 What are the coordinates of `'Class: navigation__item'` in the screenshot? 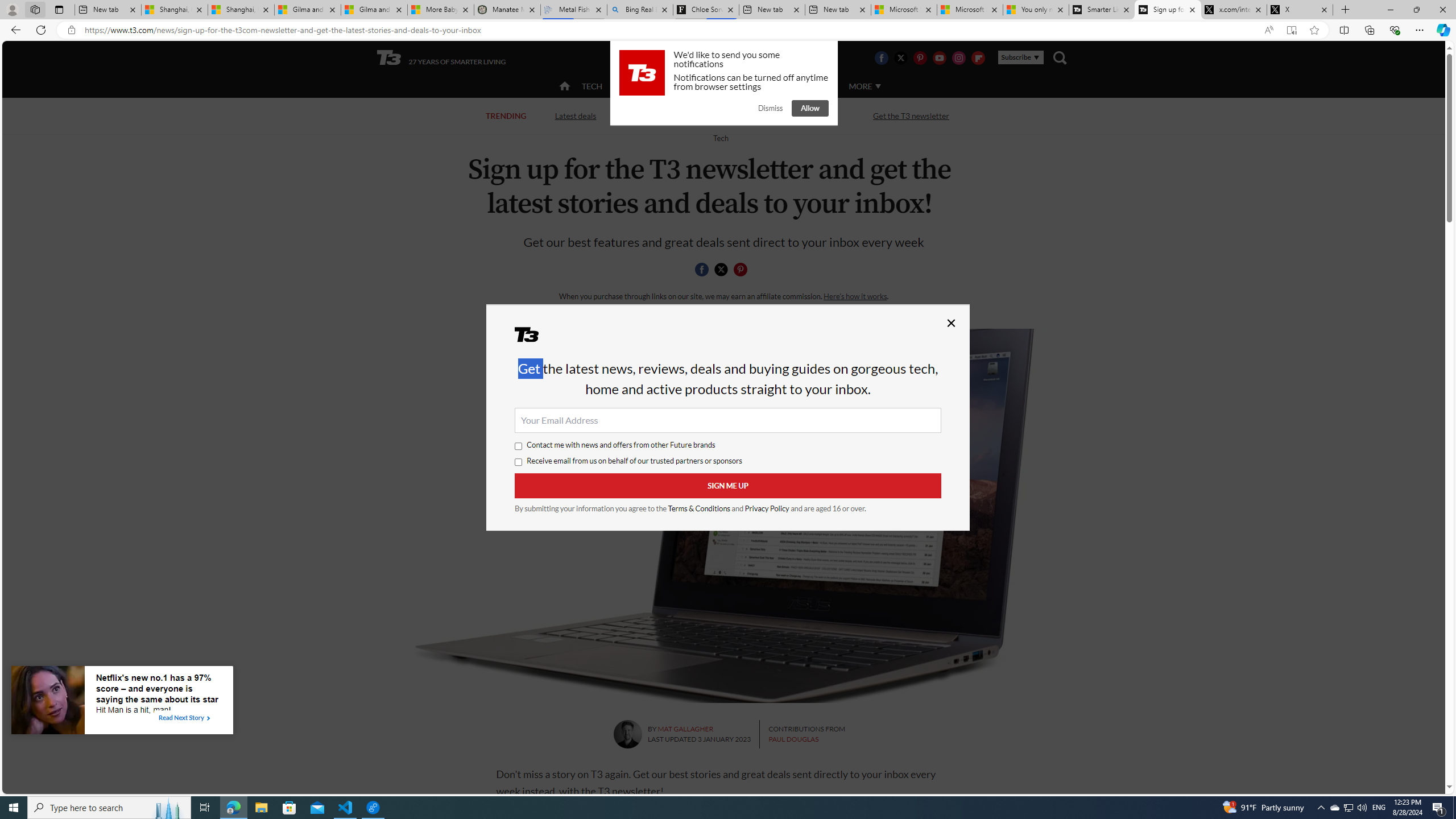 It's located at (563, 85).